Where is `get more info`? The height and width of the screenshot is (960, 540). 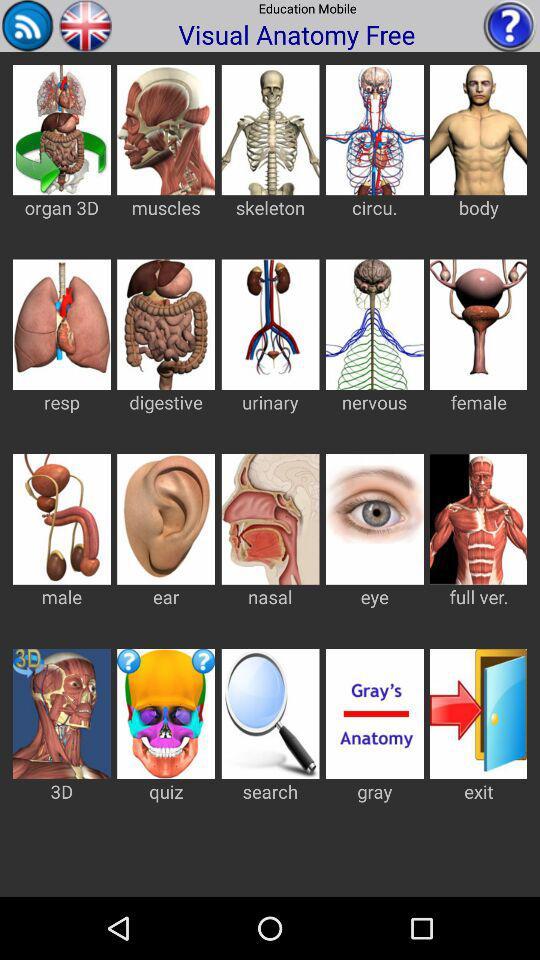
get more info is located at coordinates (509, 24).